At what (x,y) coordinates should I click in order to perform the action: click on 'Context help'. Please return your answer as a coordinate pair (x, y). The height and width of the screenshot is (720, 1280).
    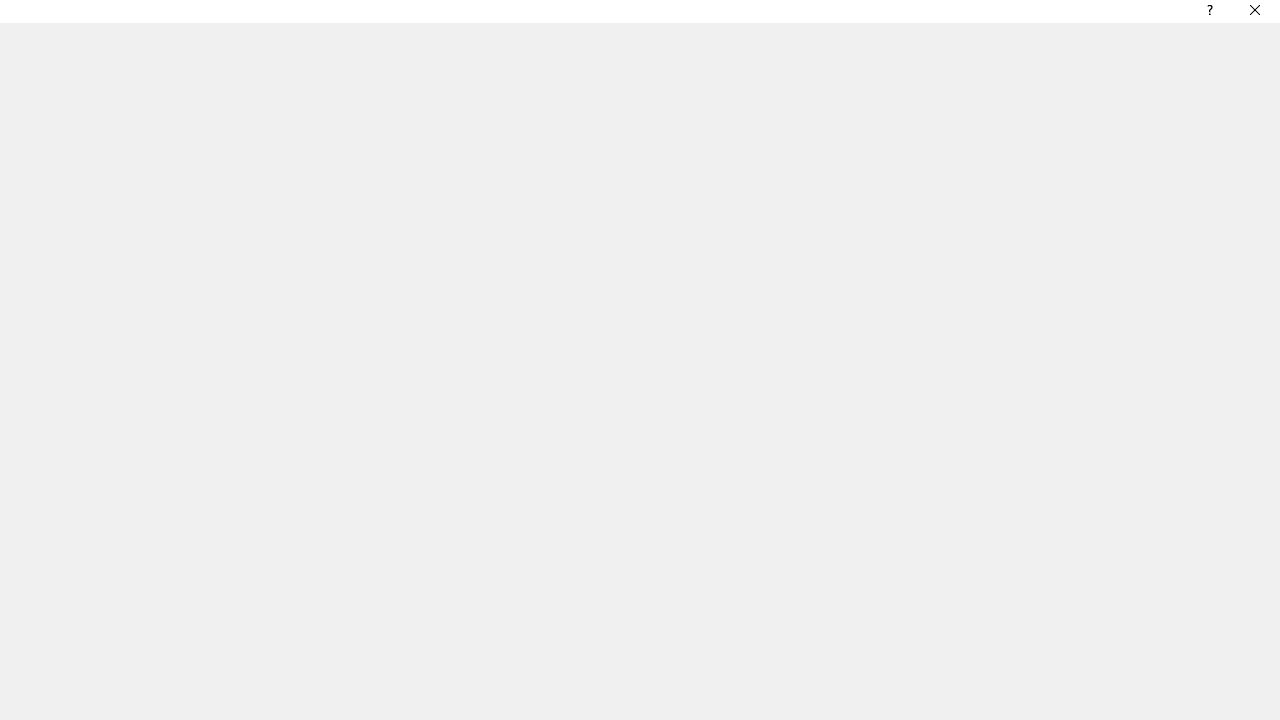
    Looking at the image, I should click on (1207, 15).